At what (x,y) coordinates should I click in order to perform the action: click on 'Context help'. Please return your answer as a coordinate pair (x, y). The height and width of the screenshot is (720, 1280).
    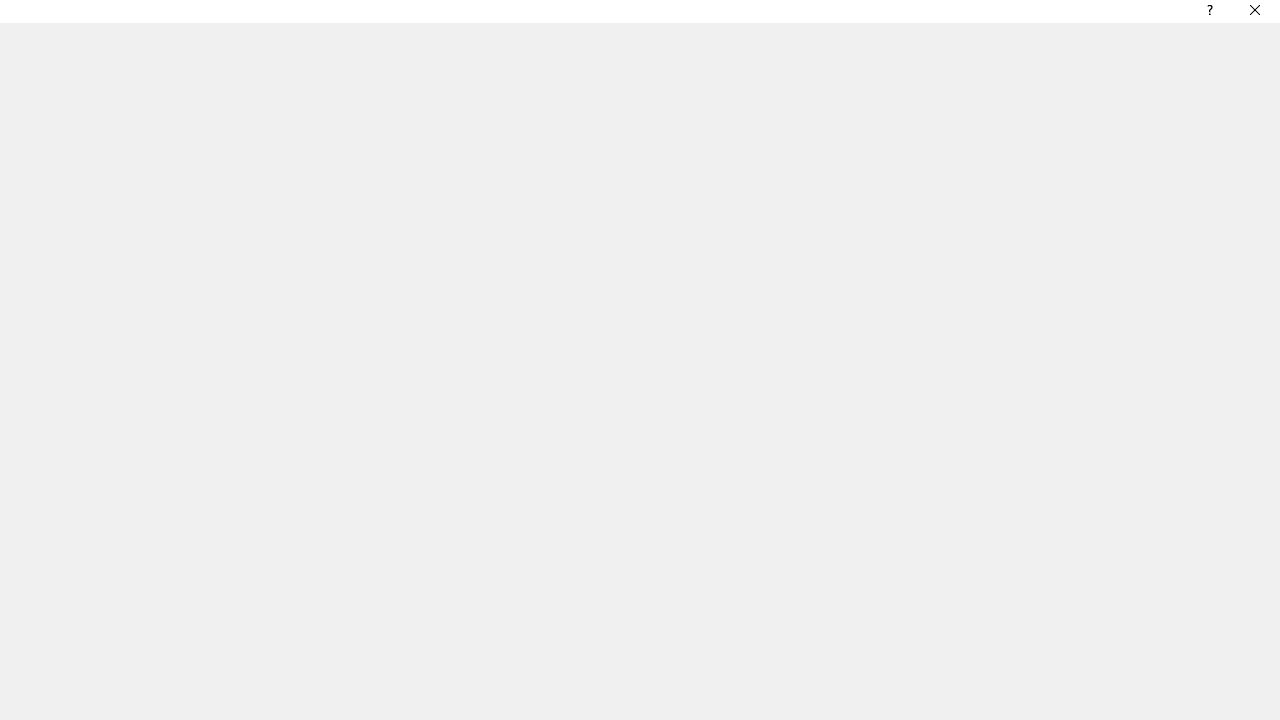
    Looking at the image, I should click on (1207, 15).